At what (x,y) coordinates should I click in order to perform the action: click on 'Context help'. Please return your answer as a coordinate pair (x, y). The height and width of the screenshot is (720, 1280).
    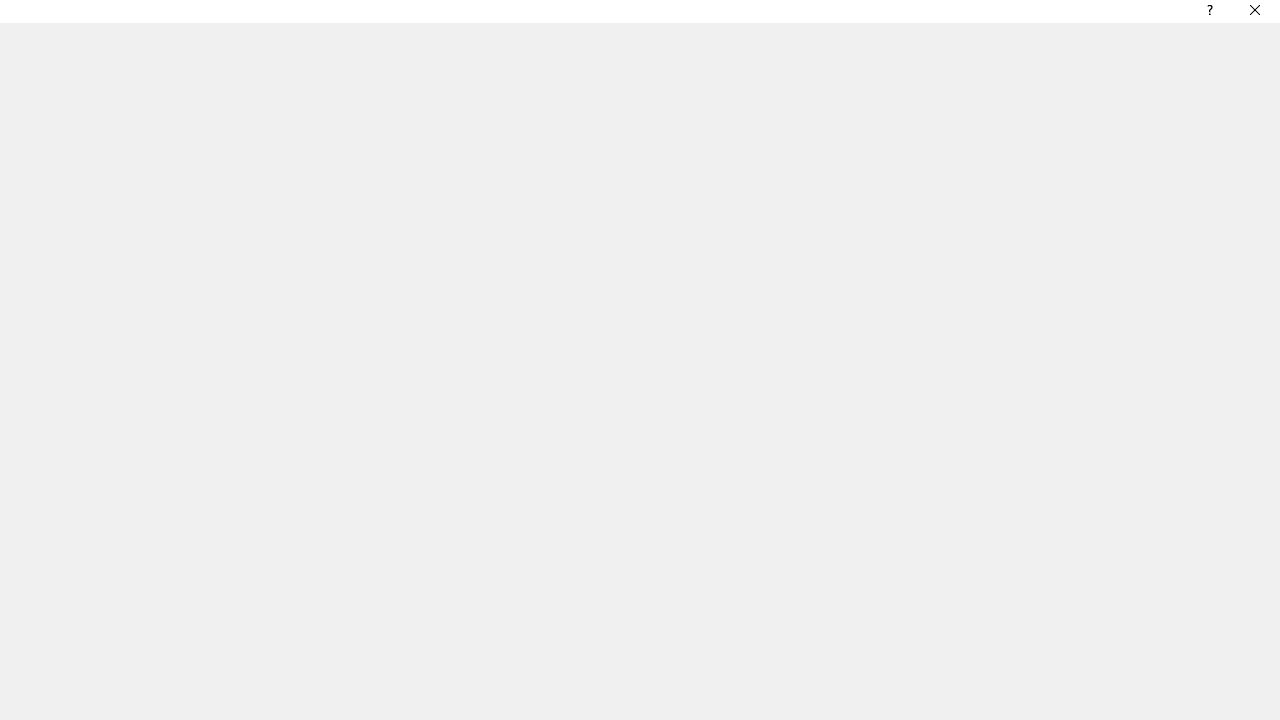
    Looking at the image, I should click on (1207, 15).